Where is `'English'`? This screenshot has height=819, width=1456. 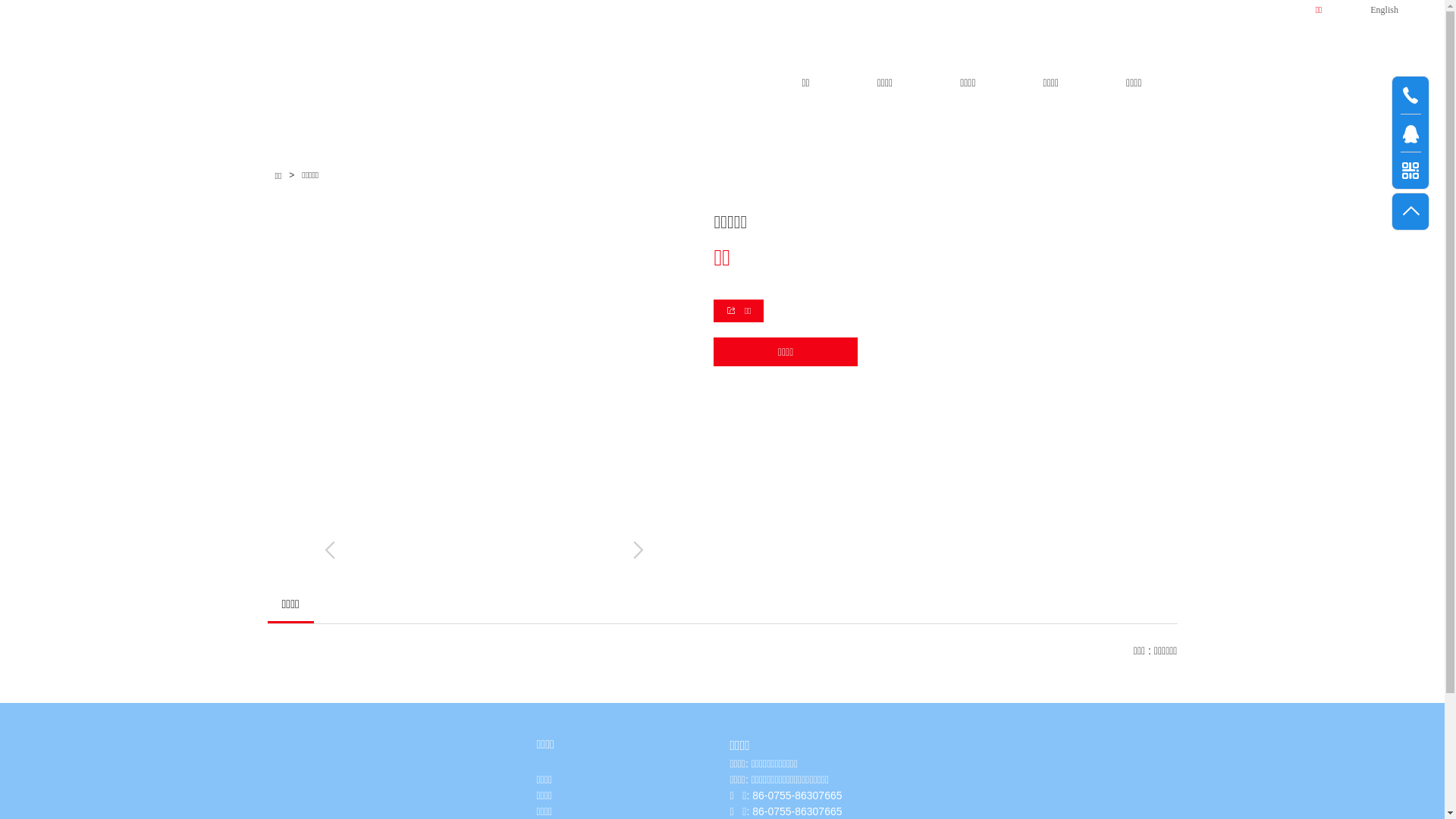
'English' is located at coordinates (1367, 8).